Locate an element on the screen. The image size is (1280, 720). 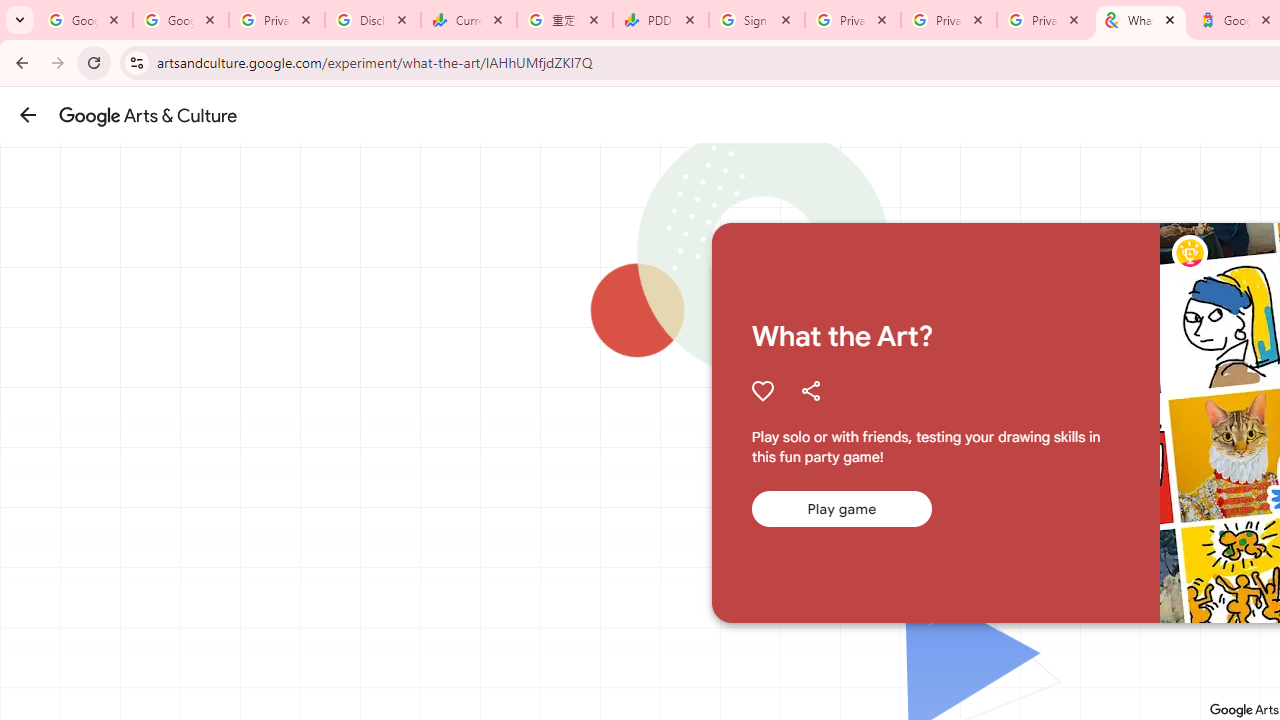
'Currencies - Google Finance' is located at coordinates (468, 20).